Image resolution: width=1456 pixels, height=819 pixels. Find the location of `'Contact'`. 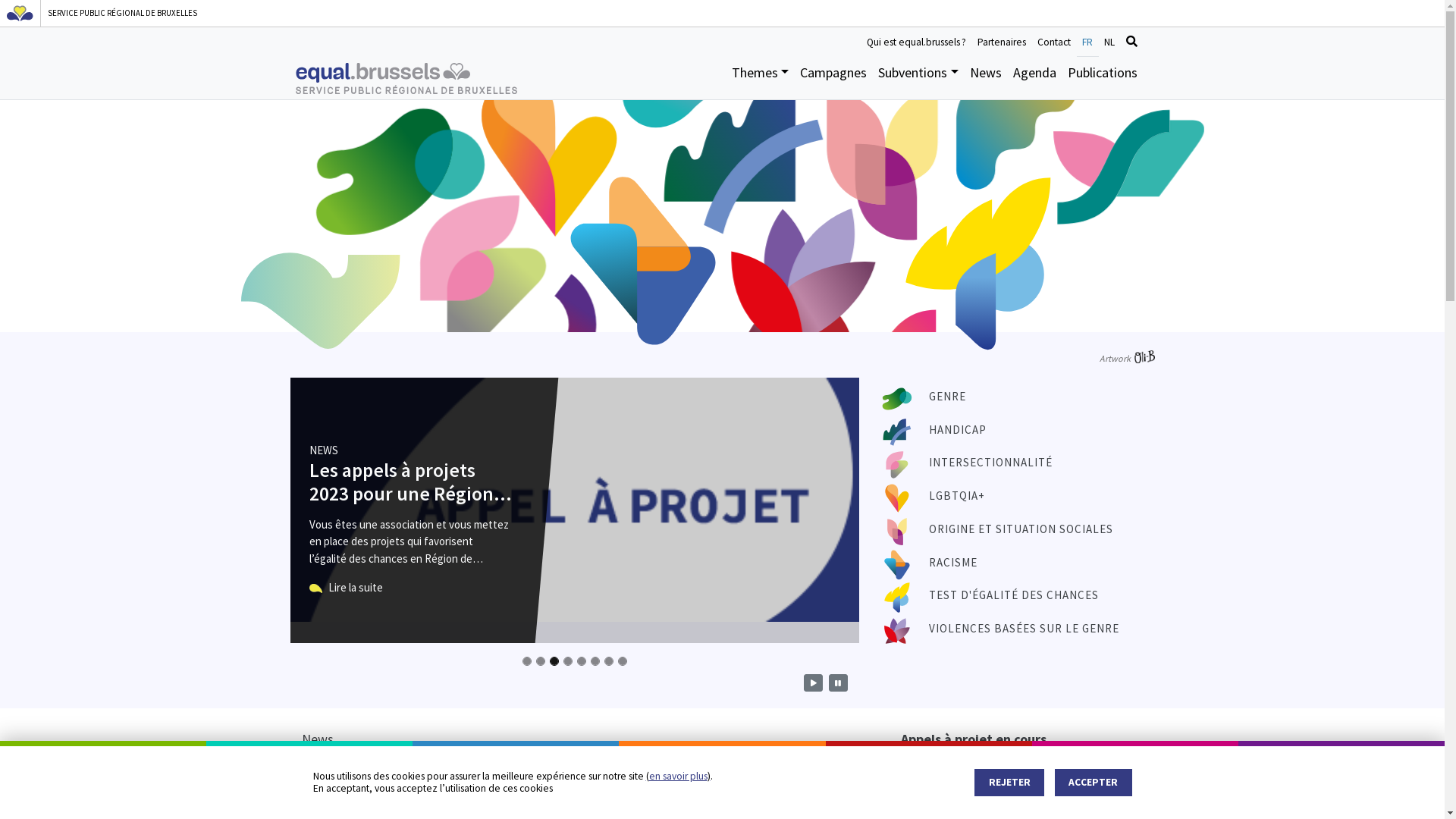

'Contact' is located at coordinates (1031, 40).